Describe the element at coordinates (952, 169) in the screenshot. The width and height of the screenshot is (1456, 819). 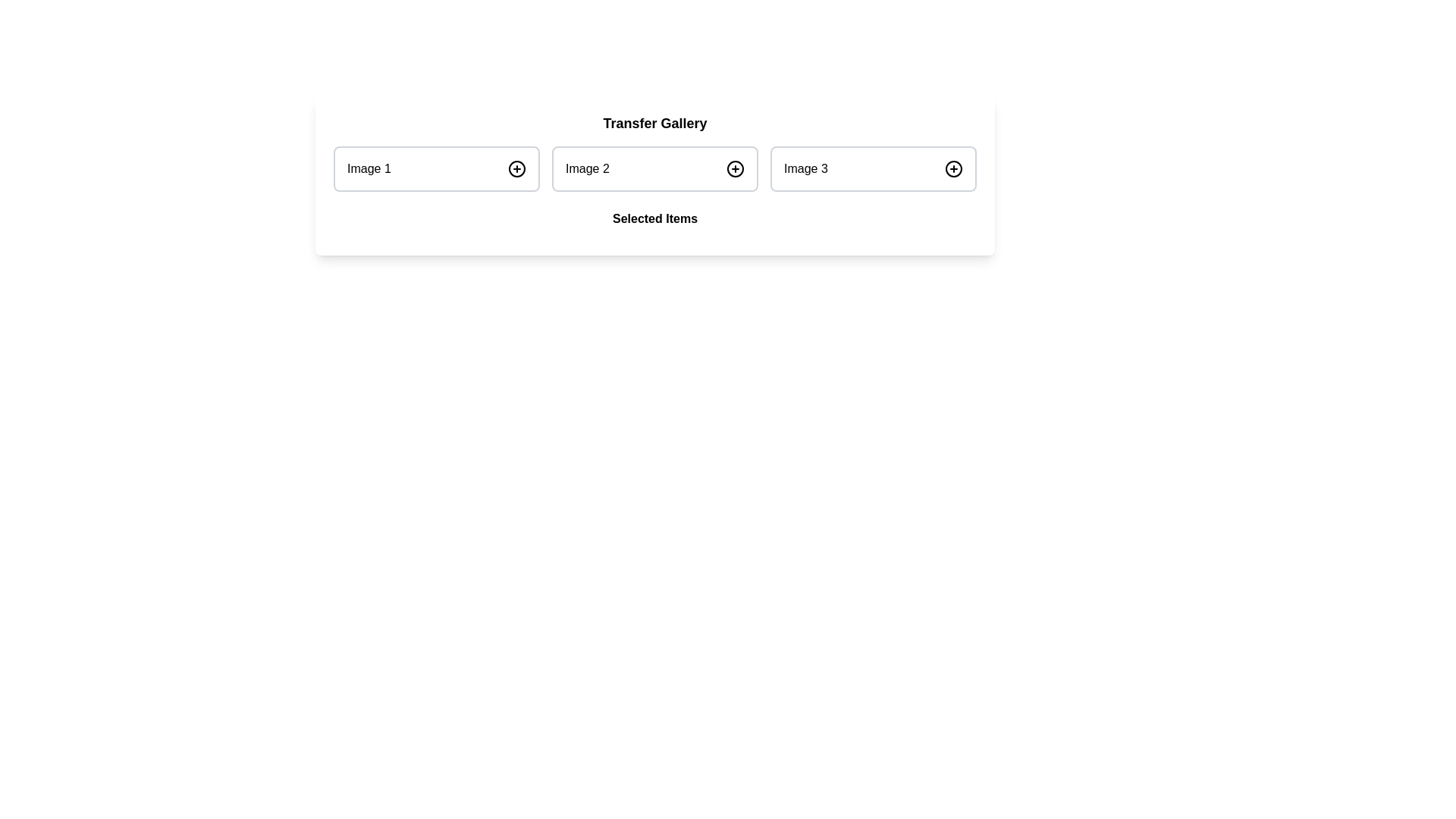
I see `the circular button with a plus symbol located to the right of the 'Image 3' label` at that location.